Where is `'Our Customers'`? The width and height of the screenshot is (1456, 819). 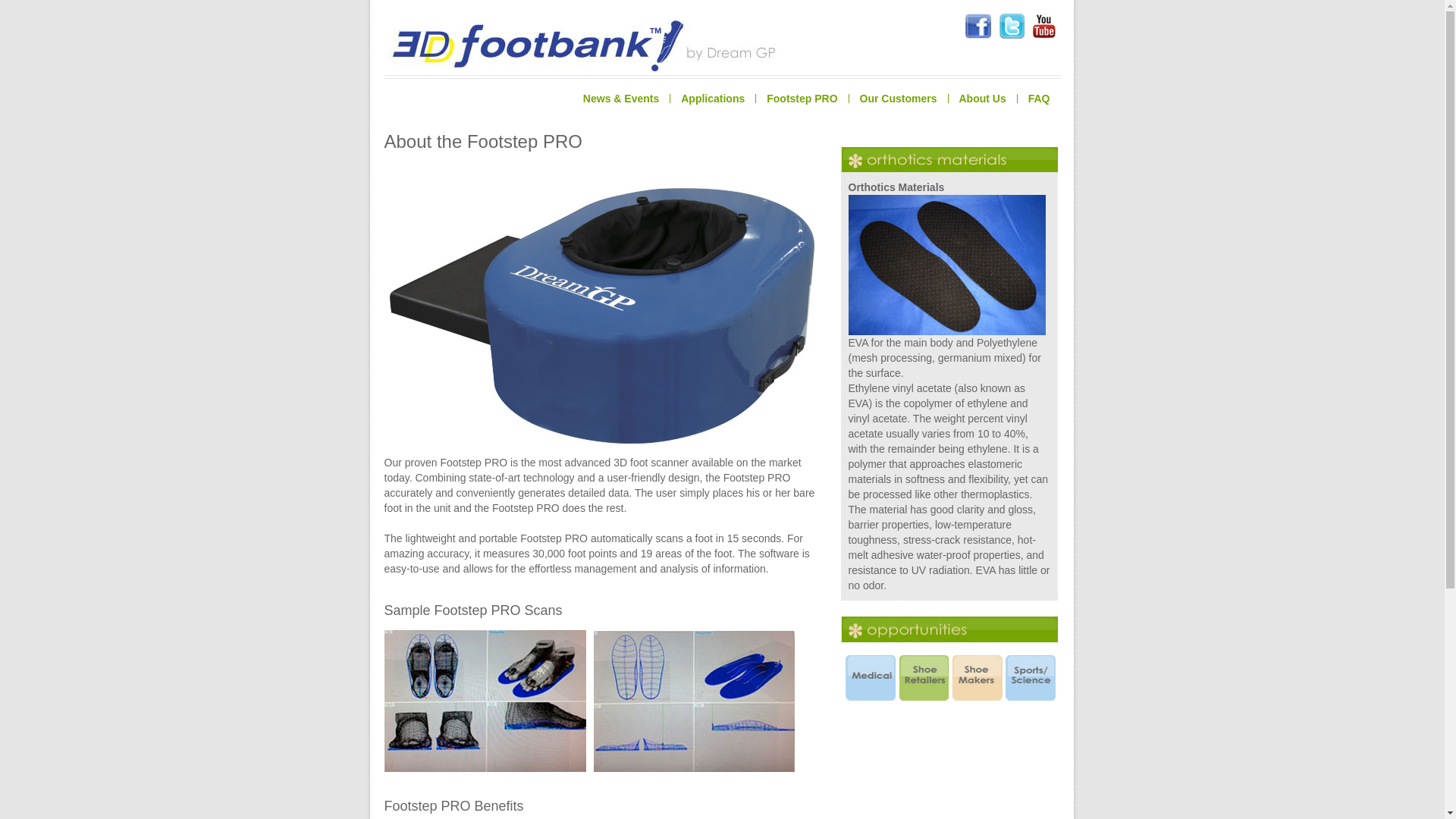 'Our Customers' is located at coordinates (898, 99).